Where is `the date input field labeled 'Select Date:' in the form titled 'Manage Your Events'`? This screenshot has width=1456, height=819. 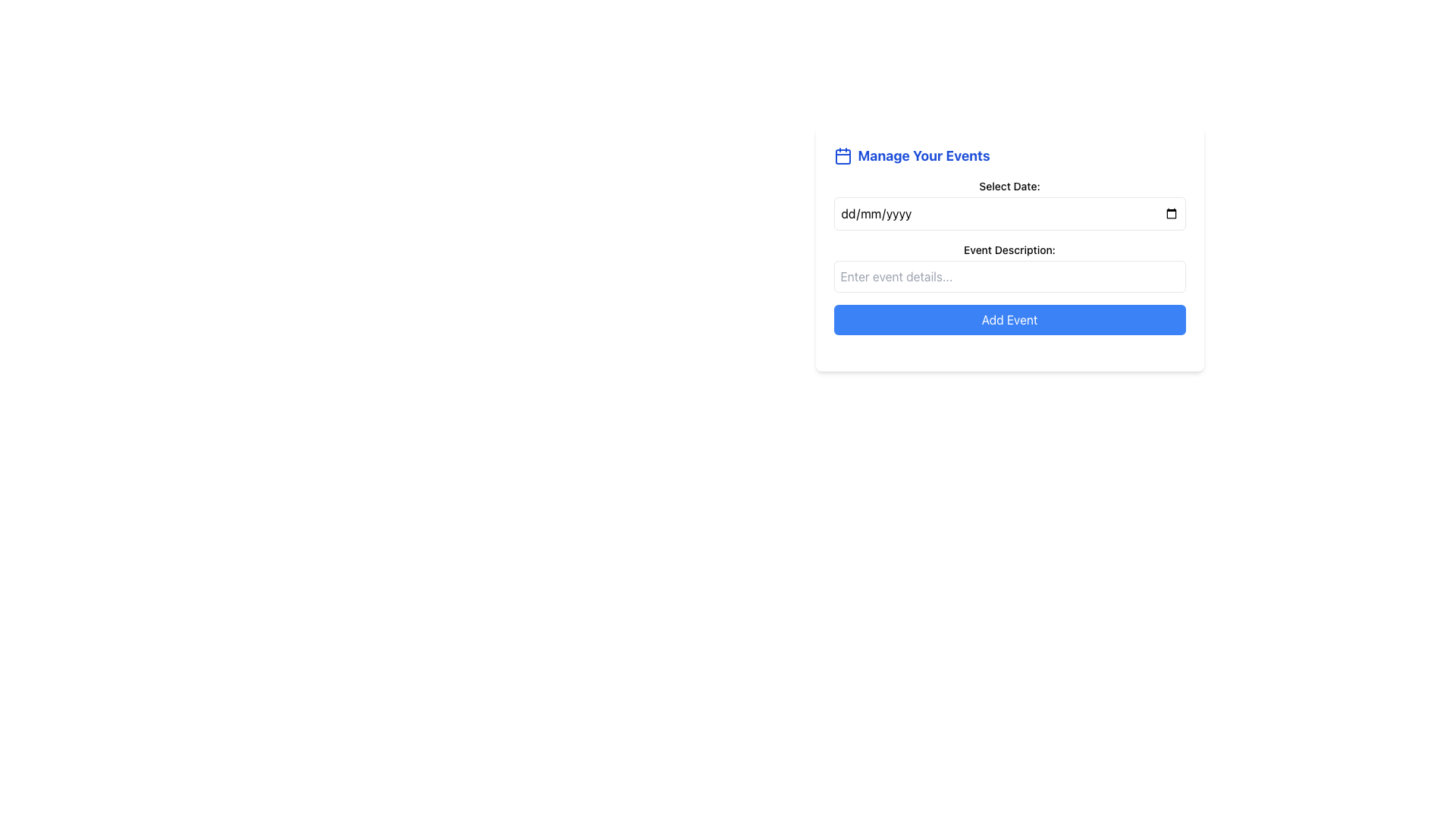
the date input field labeled 'Select Date:' in the form titled 'Manage Your Events' is located at coordinates (1009, 205).